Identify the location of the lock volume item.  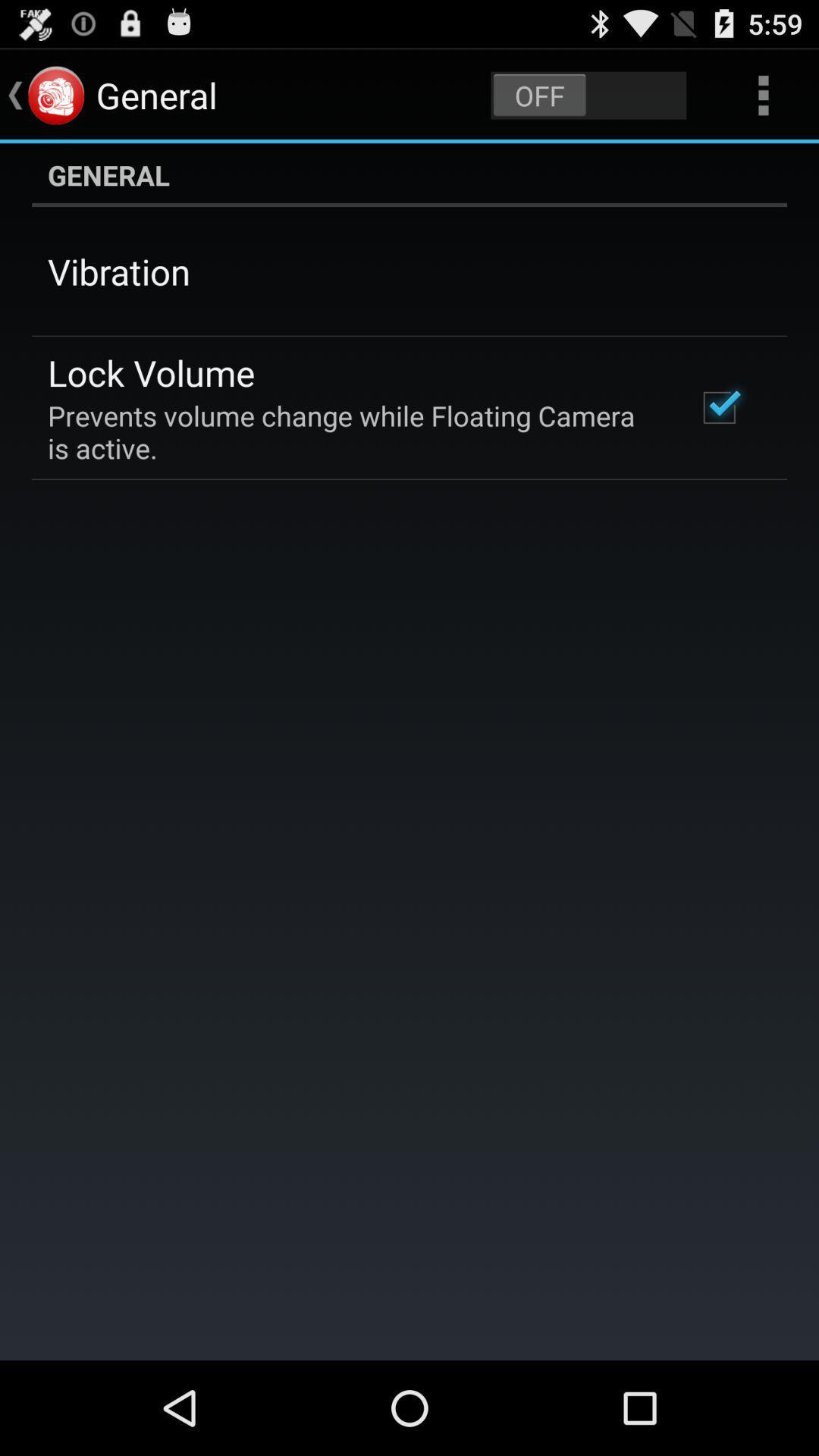
(151, 372).